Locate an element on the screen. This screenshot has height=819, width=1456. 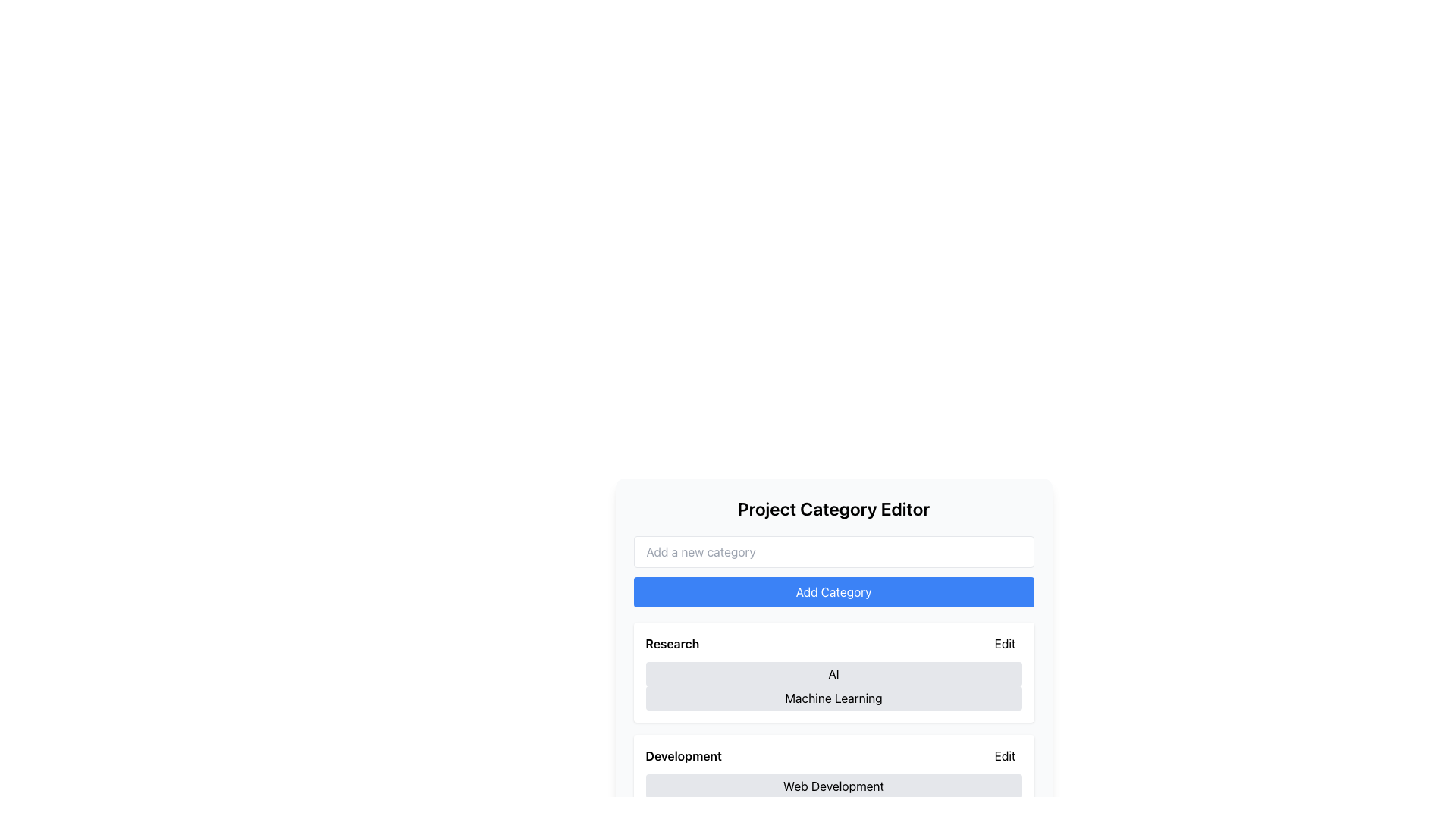
the Text group element displaying 'AI' and 'Machine Learning' which is located under the heading 'Research' and adjacent to 'Edit' is located at coordinates (833, 686).